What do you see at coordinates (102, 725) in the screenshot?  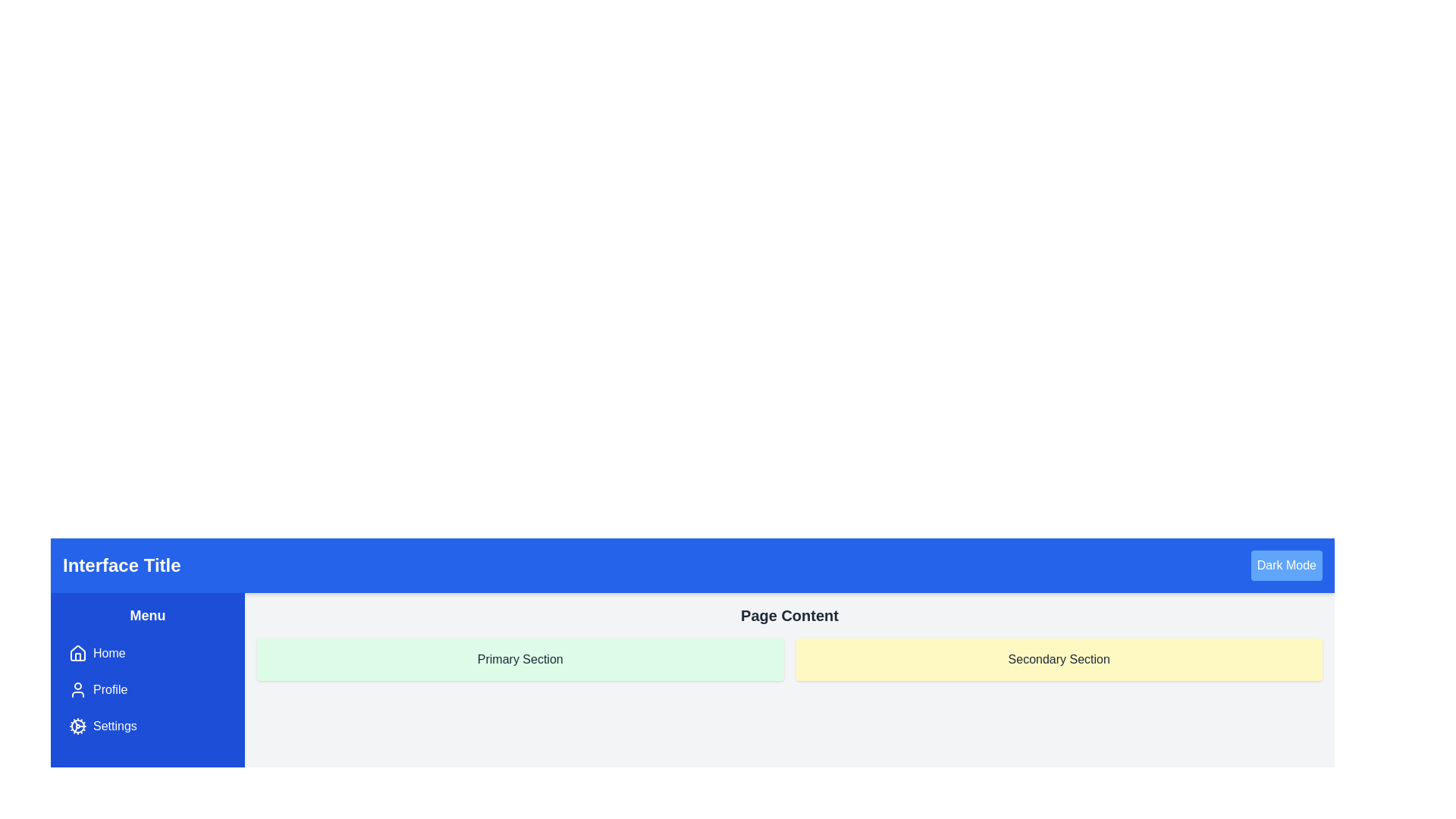 I see `the 'Settings' button located in the vertical left-side menu panel, which is styled as a horizontal menu item with a gear-like icon and white text on a blue background` at bounding box center [102, 725].